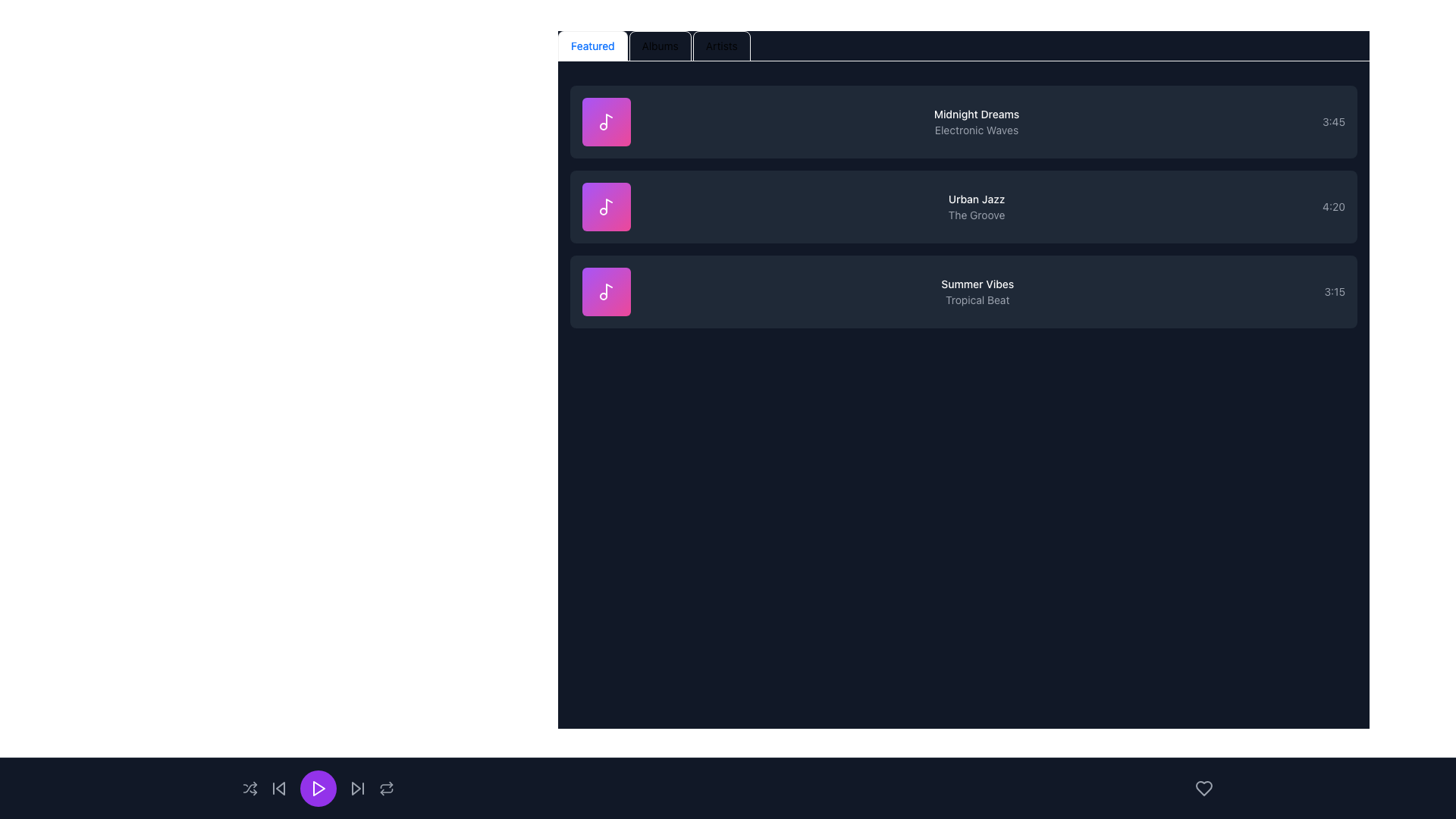 The image size is (1456, 819). Describe the element at coordinates (279, 788) in the screenshot. I see `the skip-backward button with a left-pointing arrow icon to change its color from gray to white` at that location.